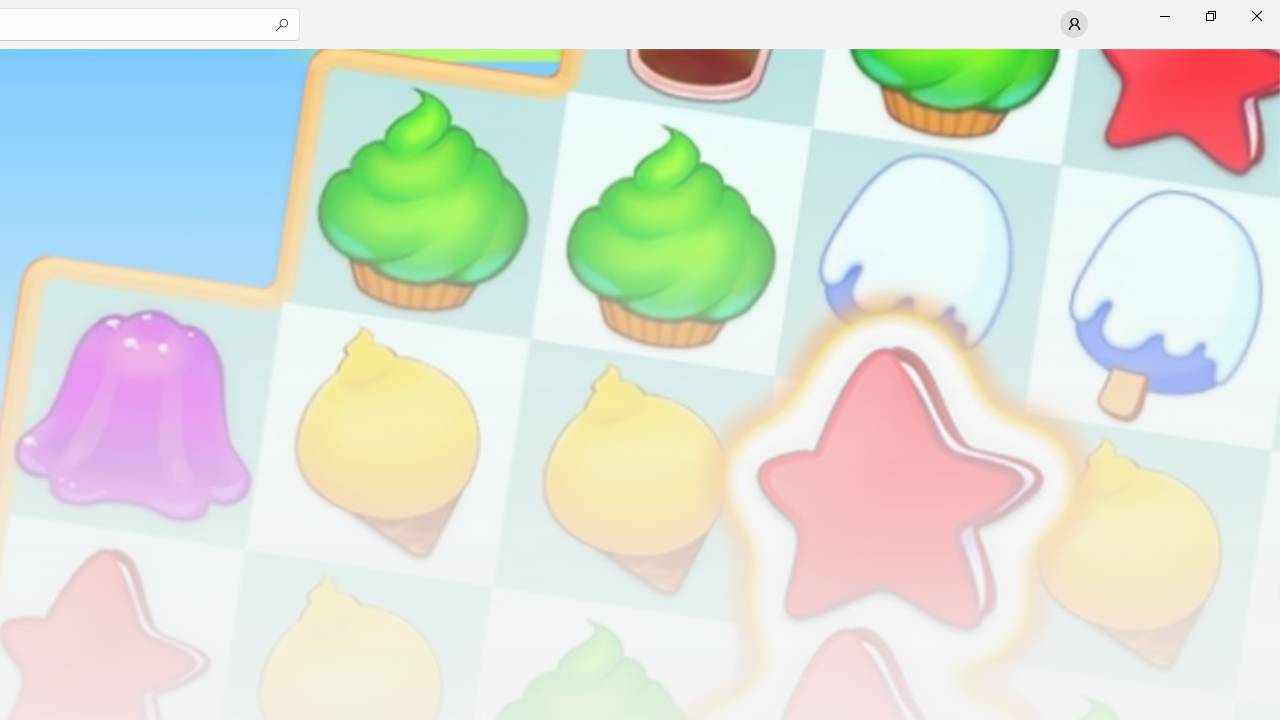 This screenshot has height=720, width=1280. I want to click on 'Restore Microsoft Store', so click(1209, 15).